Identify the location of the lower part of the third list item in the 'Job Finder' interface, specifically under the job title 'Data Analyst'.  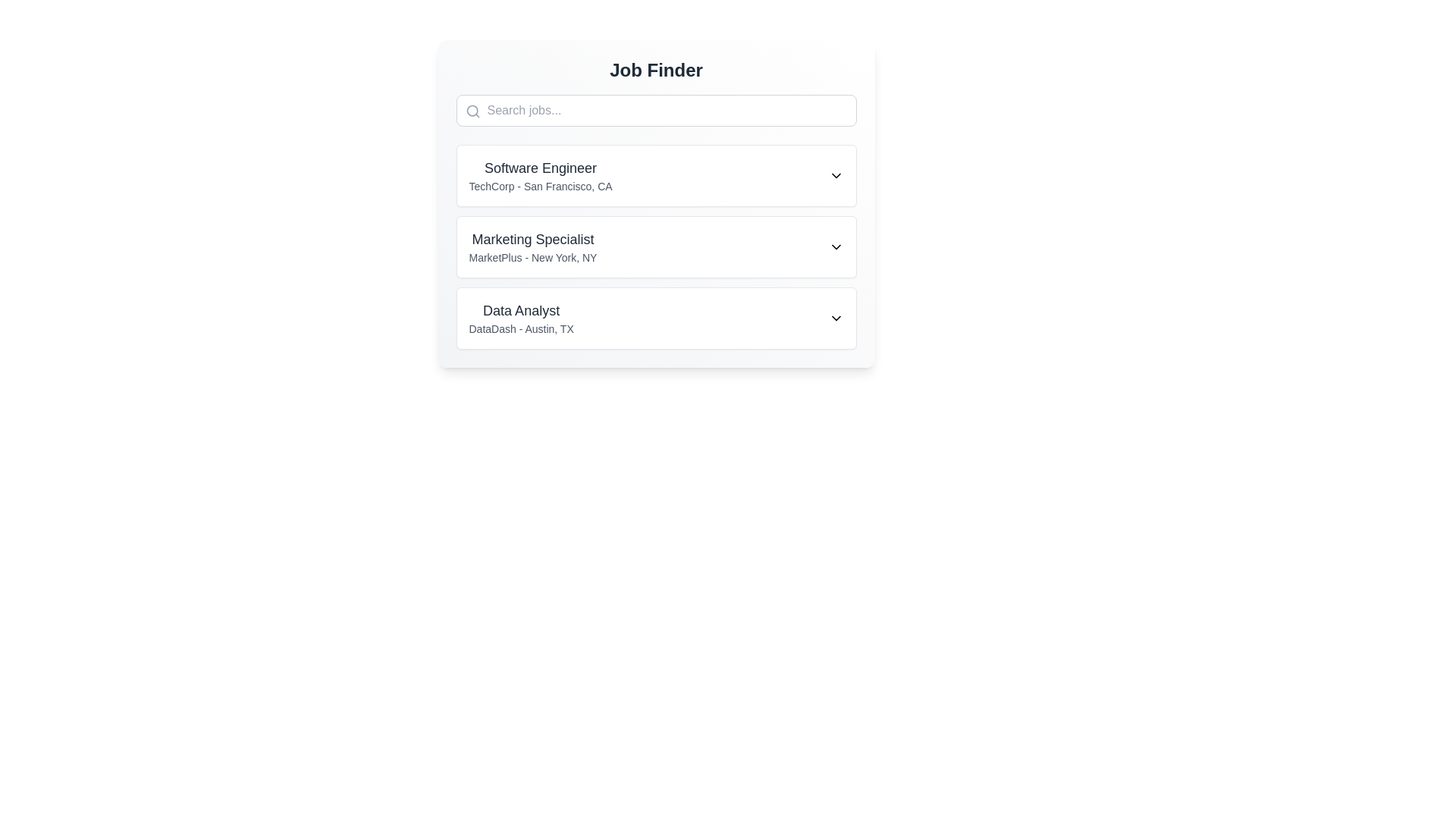
(521, 318).